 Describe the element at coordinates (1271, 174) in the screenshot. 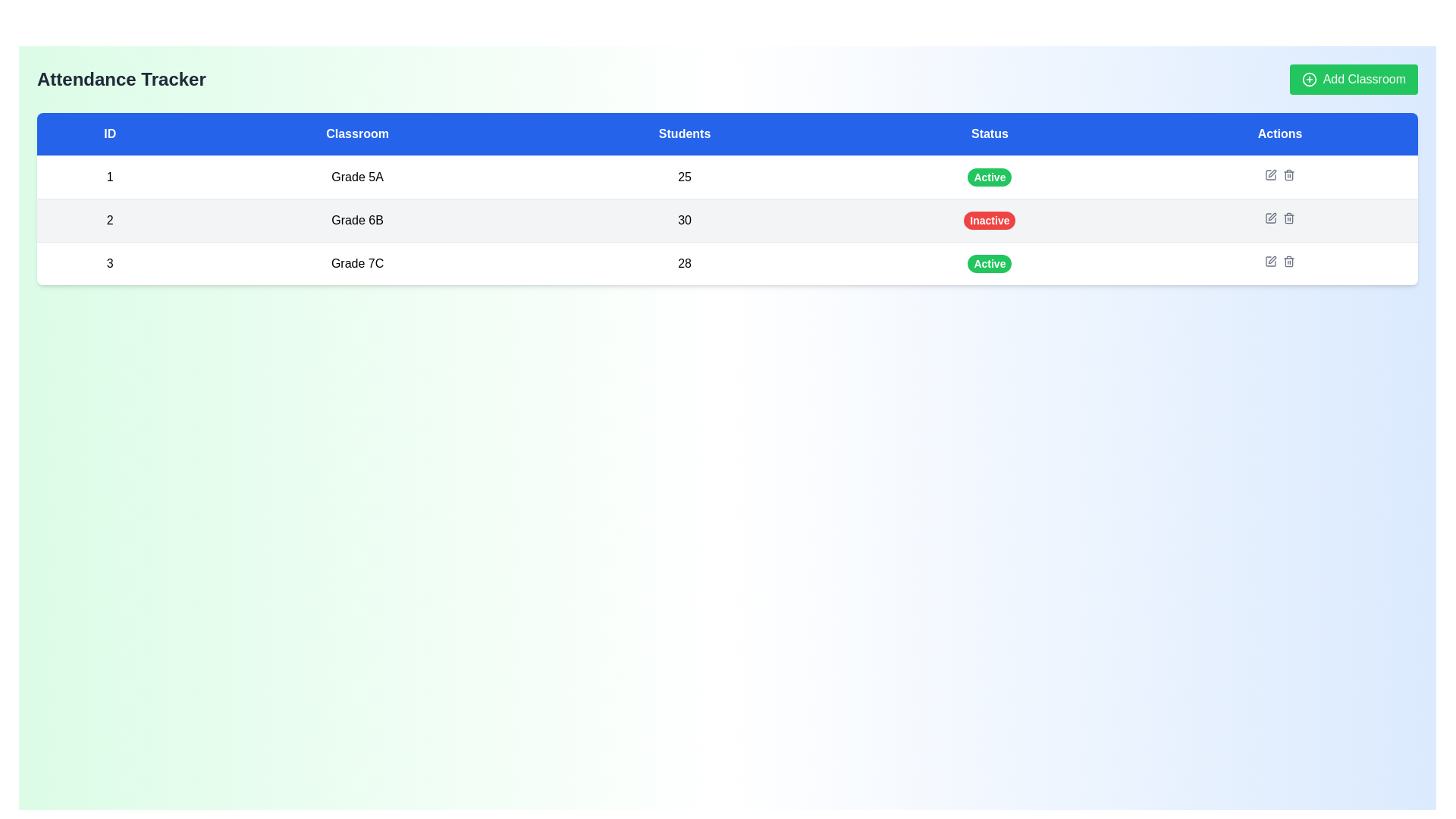

I see `the edit button located in the 'Actions' column of the first row of the table, corresponding to ID '1', to change its color` at that location.